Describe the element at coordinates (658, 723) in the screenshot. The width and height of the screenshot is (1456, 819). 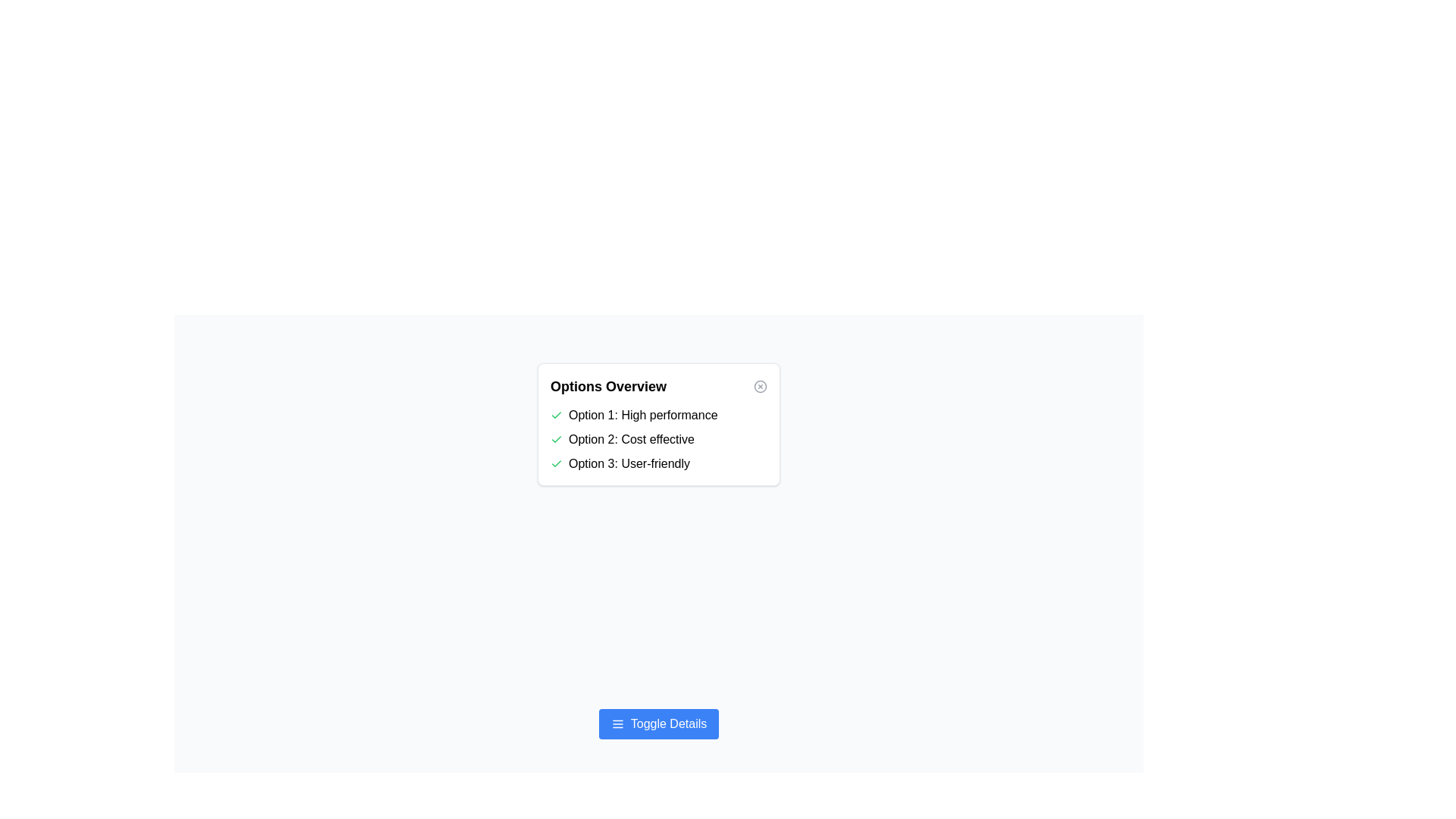
I see `the 'Toggle Details' button, which has a blue background and white text, located at the bottom of the interface beneath the 'Options Overview' card` at that location.